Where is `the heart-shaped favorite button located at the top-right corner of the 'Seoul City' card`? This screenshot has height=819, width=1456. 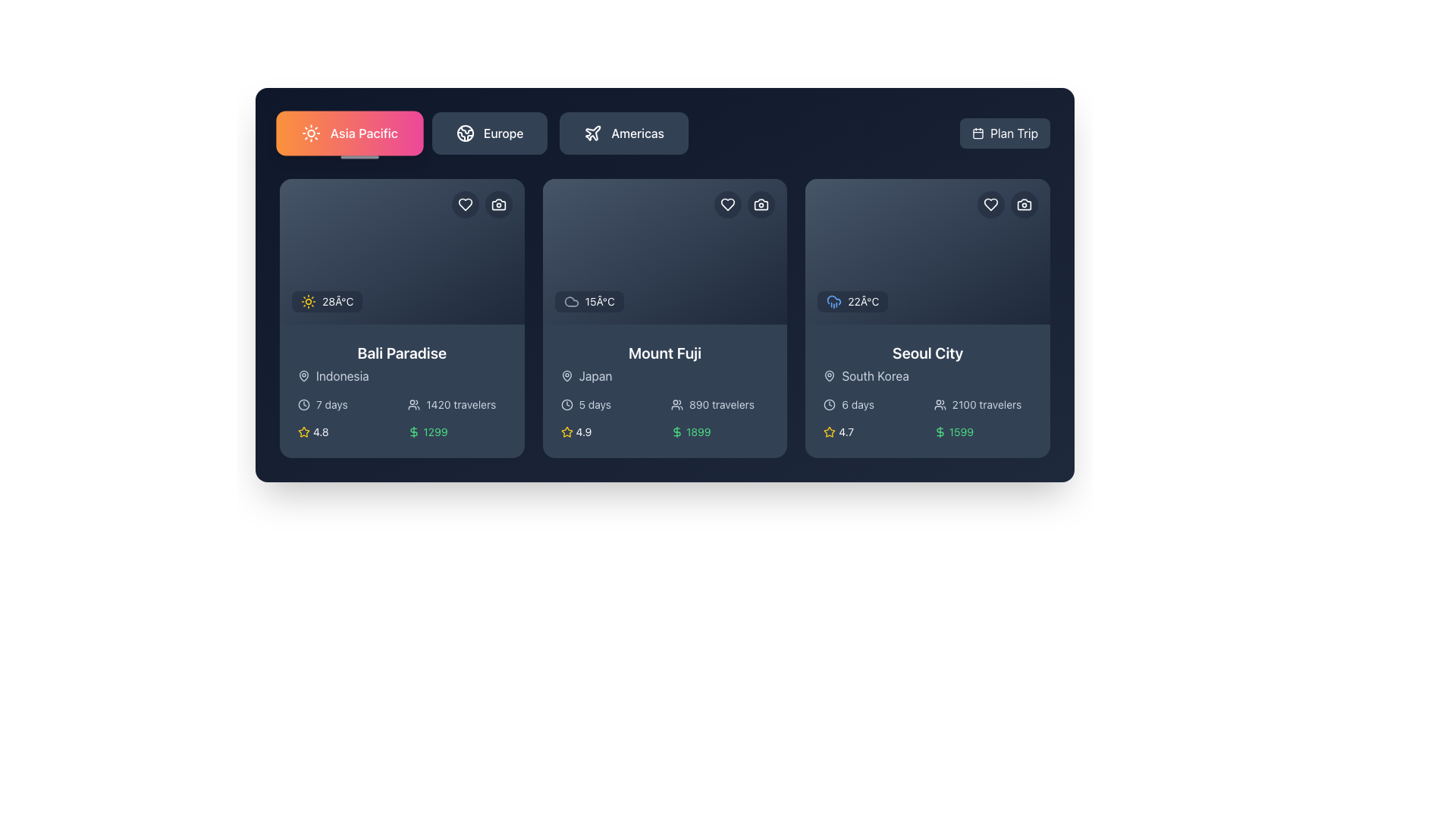 the heart-shaped favorite button located at the top-right corner of the 'Seoul City' card is located at coordinates (990, 205).